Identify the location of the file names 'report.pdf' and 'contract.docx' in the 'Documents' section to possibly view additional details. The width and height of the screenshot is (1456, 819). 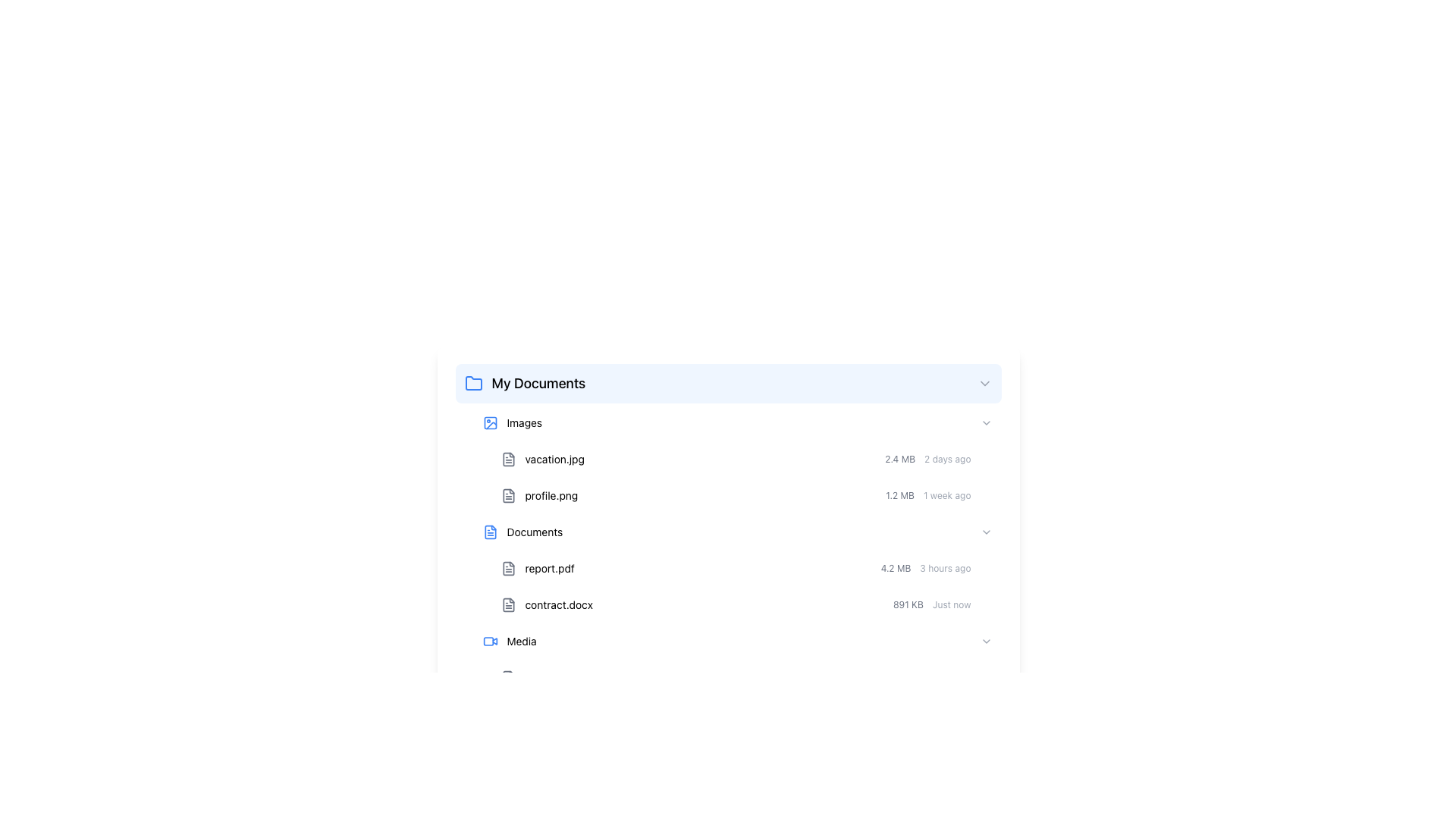
(737, 568).